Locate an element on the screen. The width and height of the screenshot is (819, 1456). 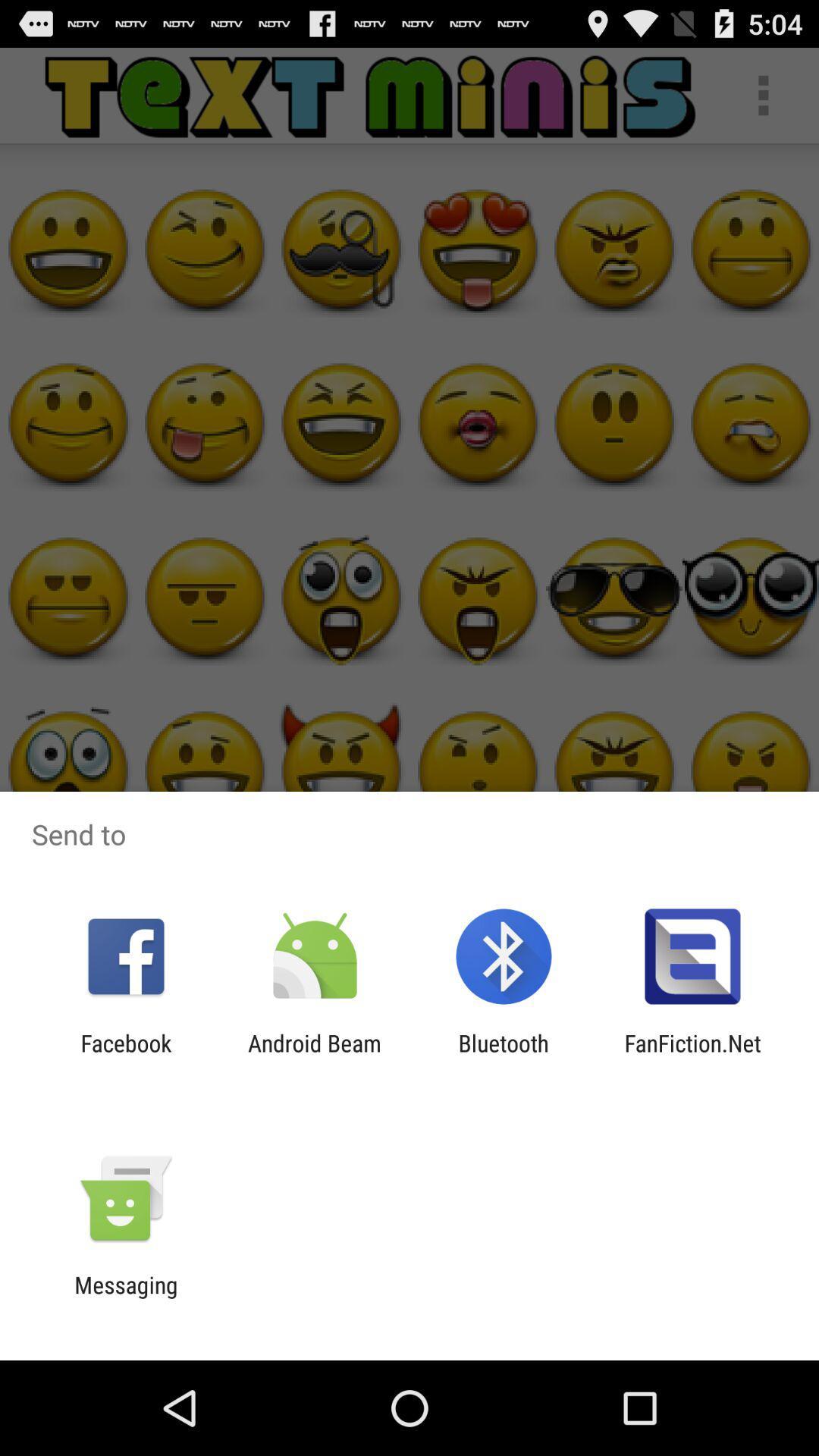
android beam item is located at coordinates (314, 1056).